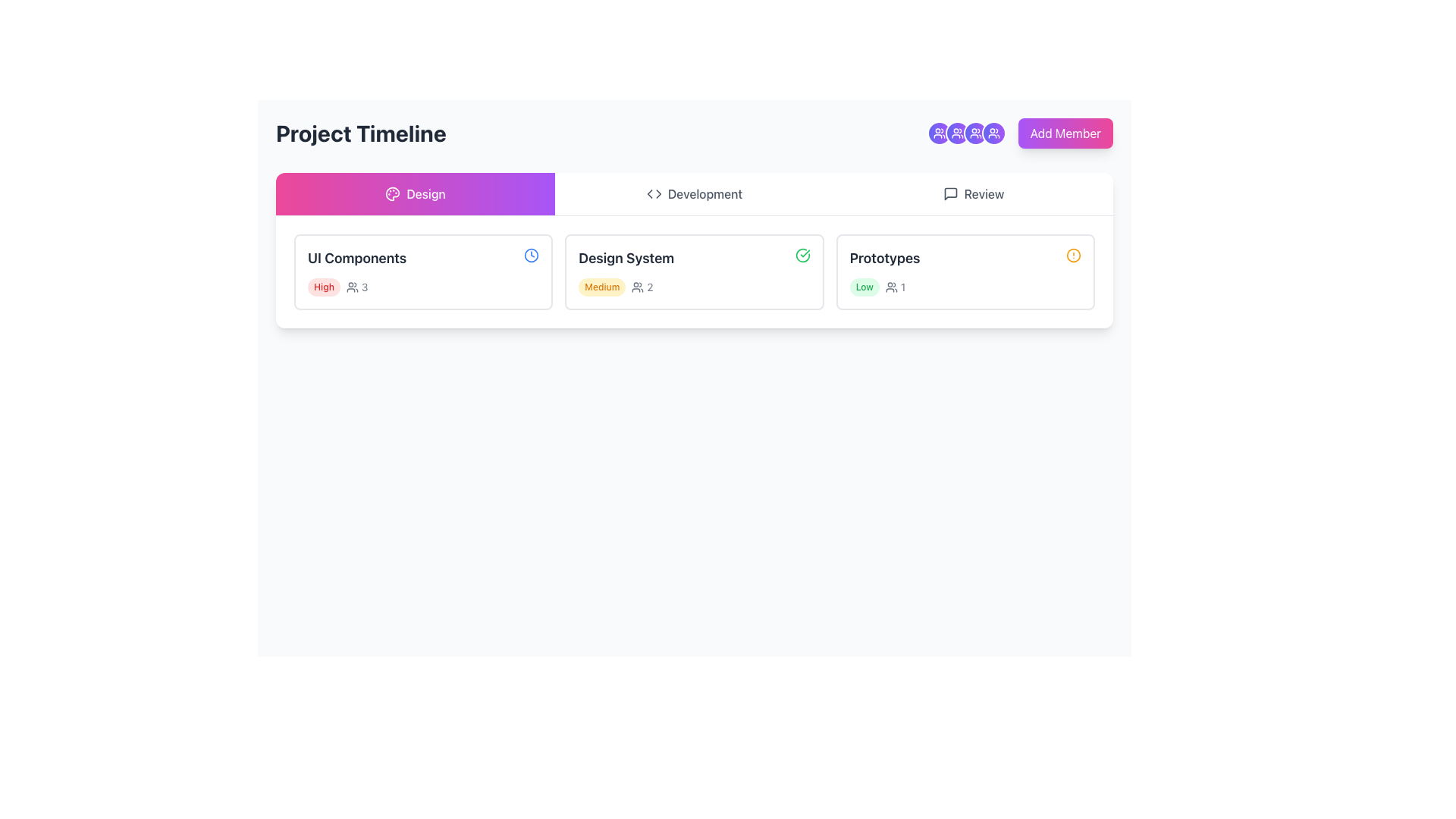 This screenshot has width=1456, height=819. Describe the element at coordinates (965, 133) in the screenshot. I see `the third circular user icon with a gradient background transitioning from indigo to purple, located at the top-right of the layout just to the left of the 'Add Member' button` at that location.